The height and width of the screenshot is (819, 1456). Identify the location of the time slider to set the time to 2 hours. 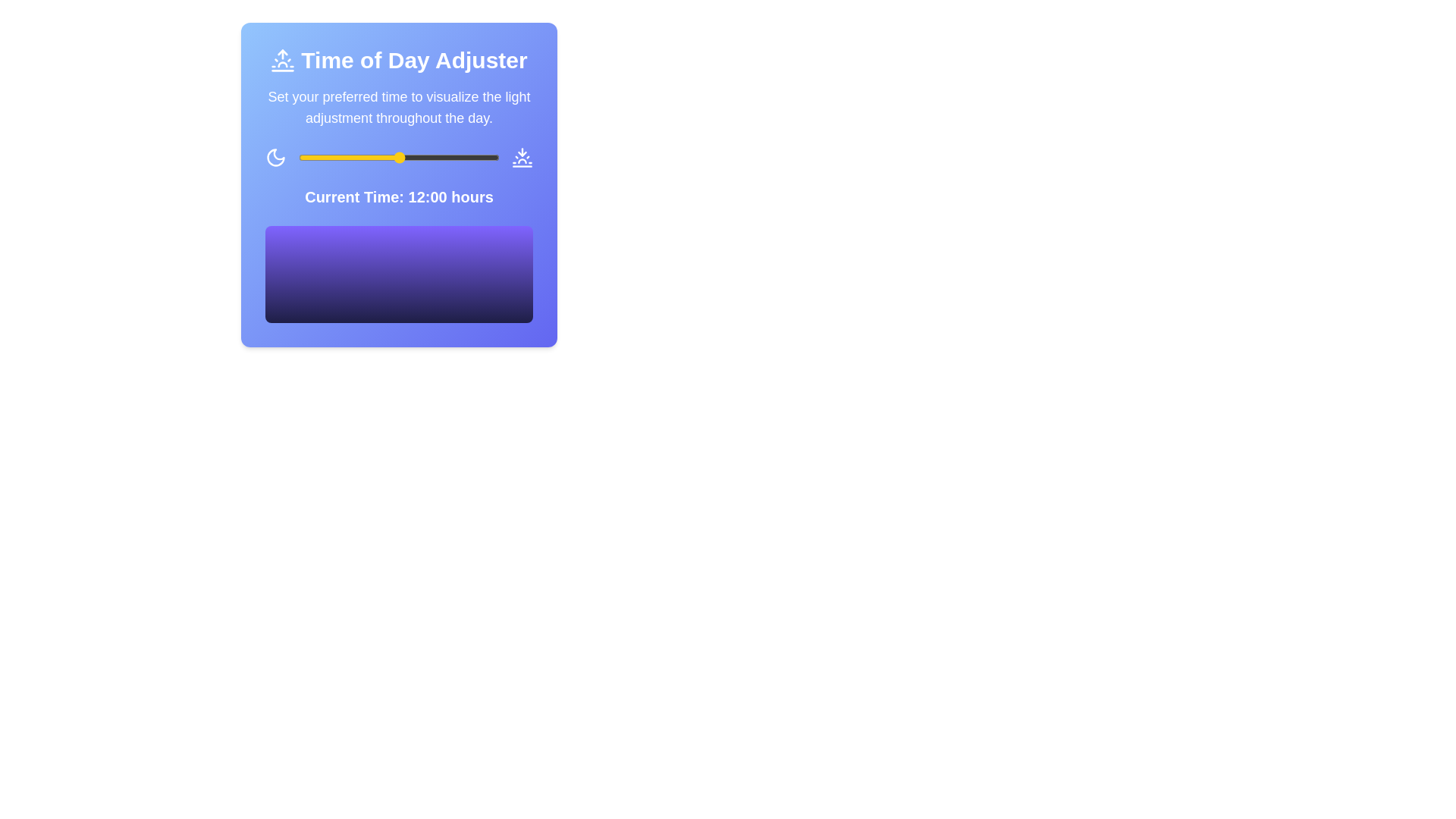
(315, 158).